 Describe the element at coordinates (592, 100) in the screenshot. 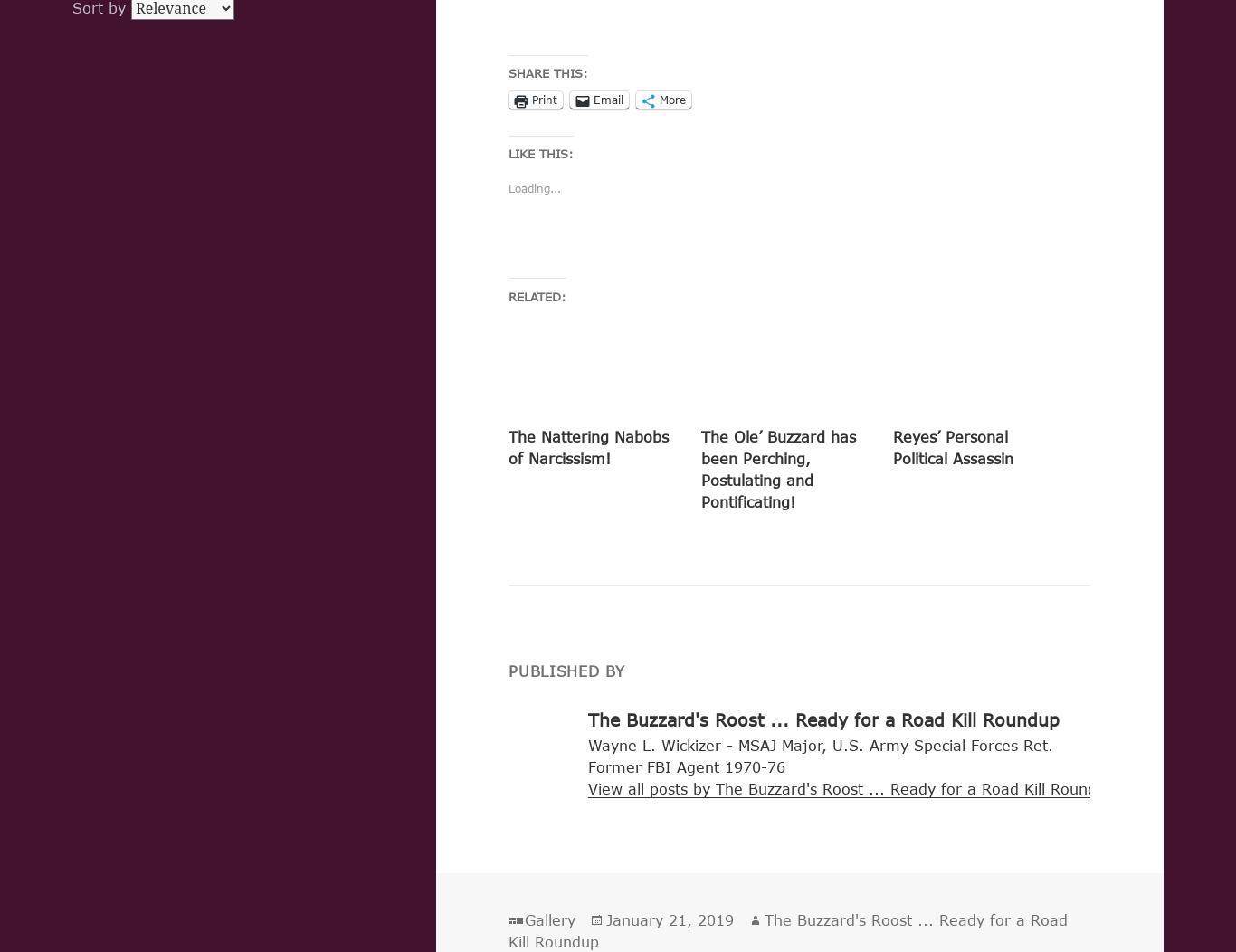

I see `'Email'` at that location.